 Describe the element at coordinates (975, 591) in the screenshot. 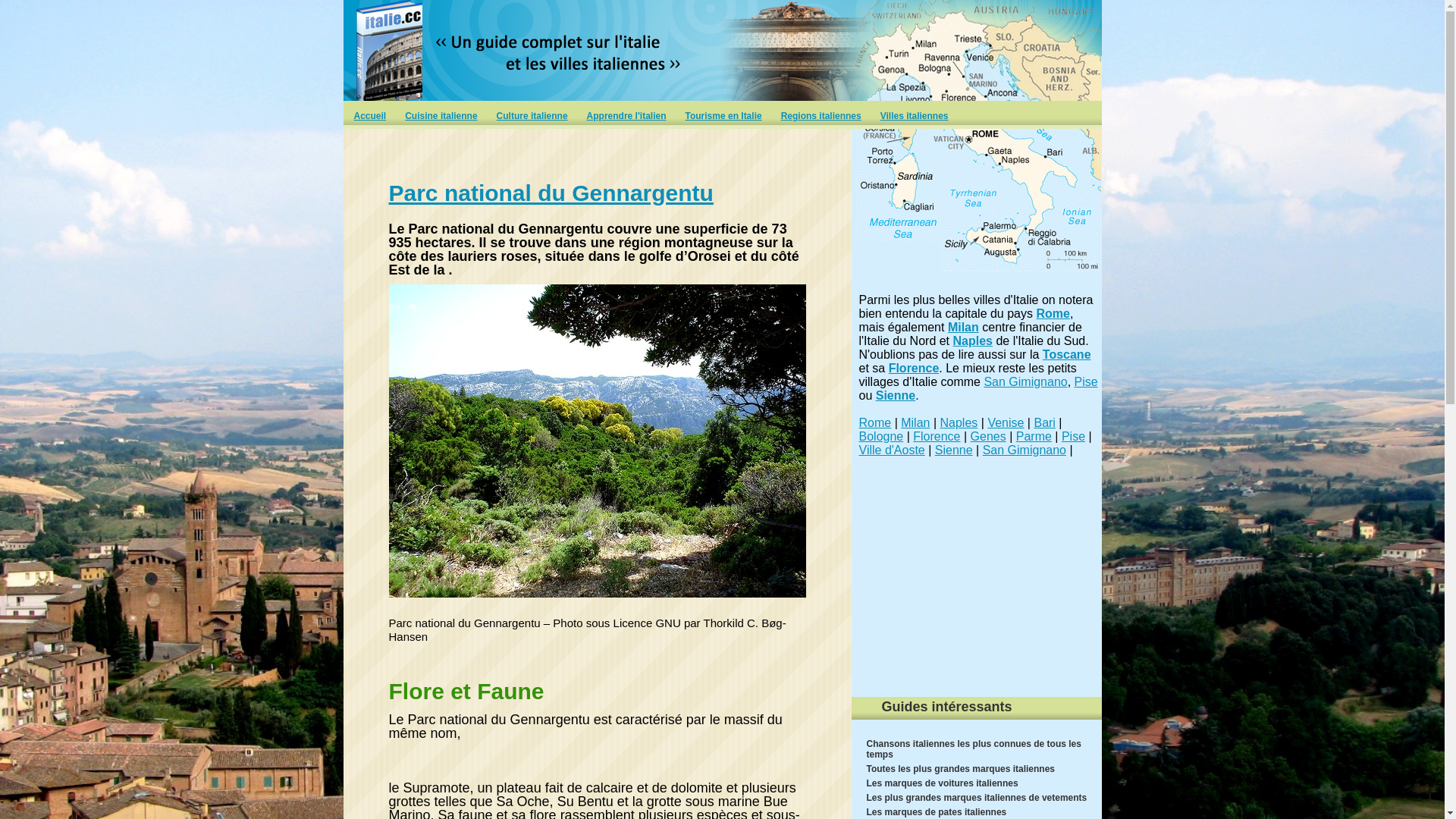

I see `'Advertisement'` at that location.